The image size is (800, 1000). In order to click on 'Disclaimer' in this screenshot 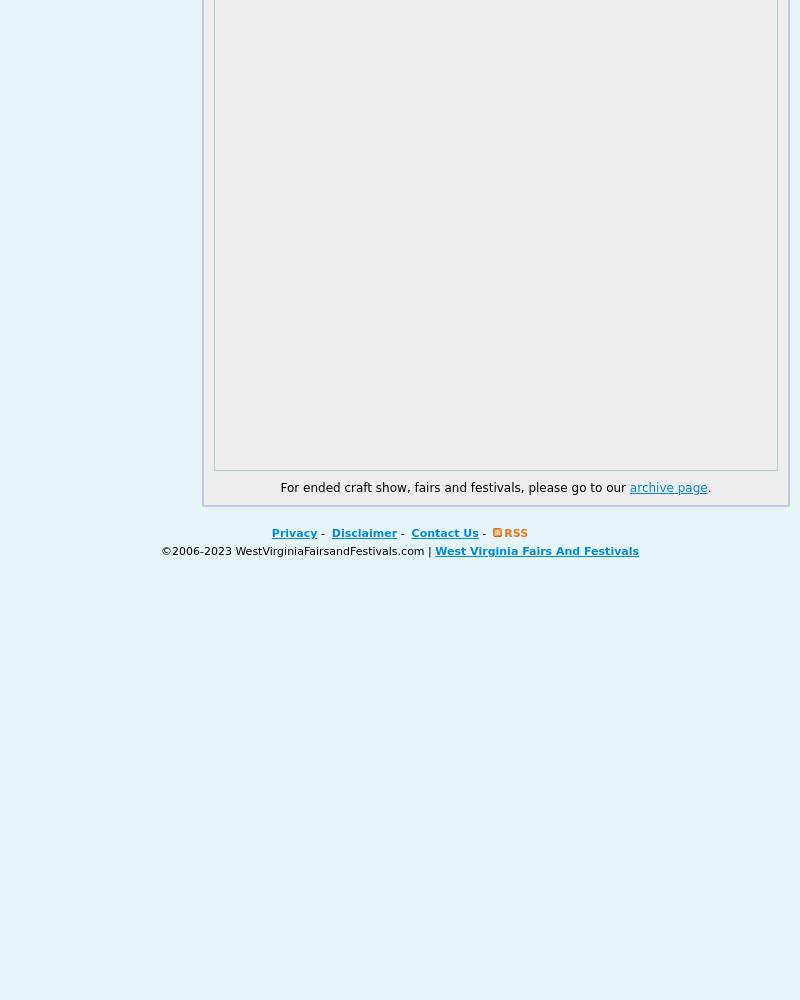, I will do `click(364, 533)`.